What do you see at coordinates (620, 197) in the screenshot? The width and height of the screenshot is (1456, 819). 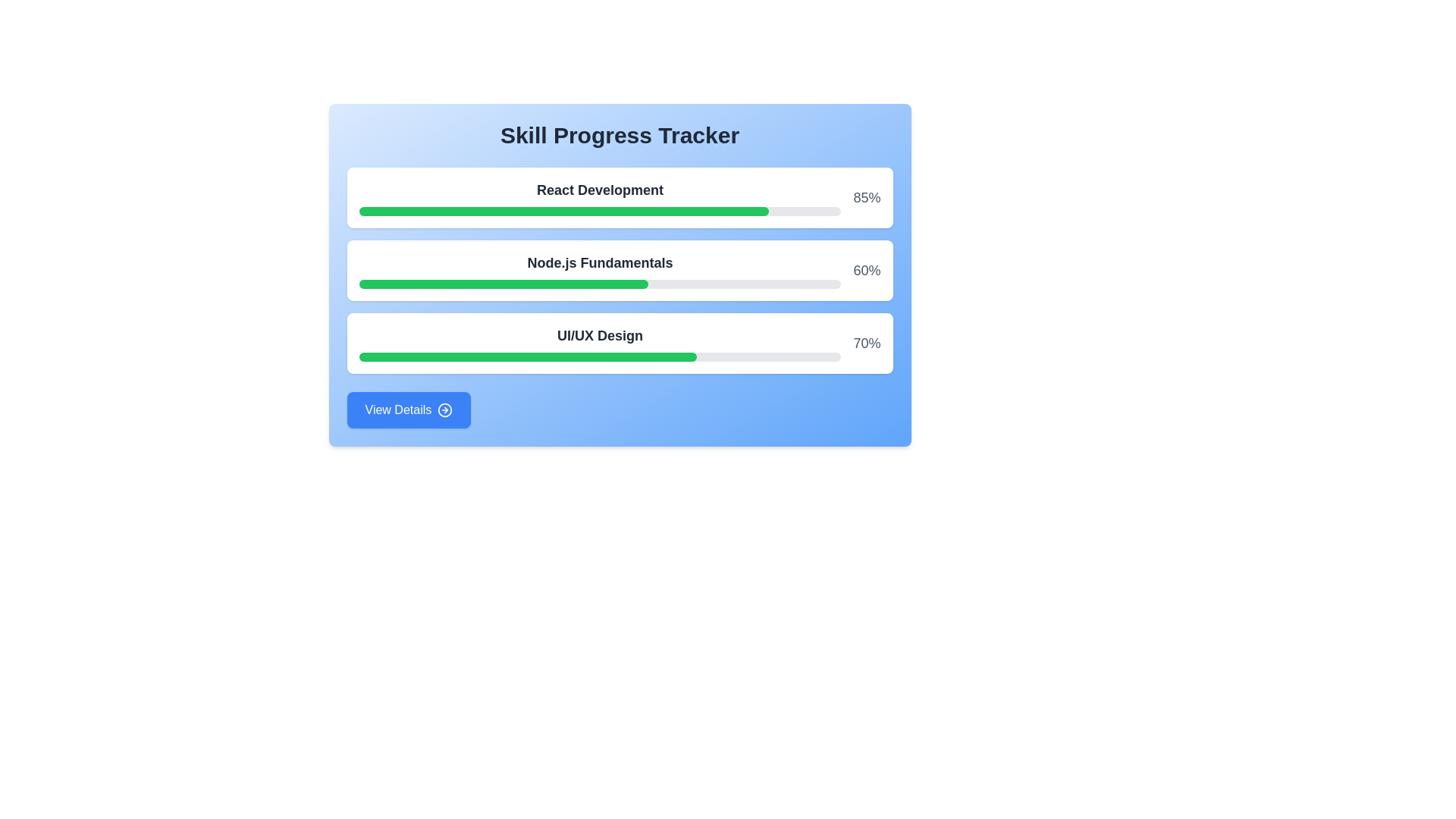 I see `the Progress bar displaying 'React Development' with a 85% completion indicator, located at the top of the list` at bounding box center [620, 197].